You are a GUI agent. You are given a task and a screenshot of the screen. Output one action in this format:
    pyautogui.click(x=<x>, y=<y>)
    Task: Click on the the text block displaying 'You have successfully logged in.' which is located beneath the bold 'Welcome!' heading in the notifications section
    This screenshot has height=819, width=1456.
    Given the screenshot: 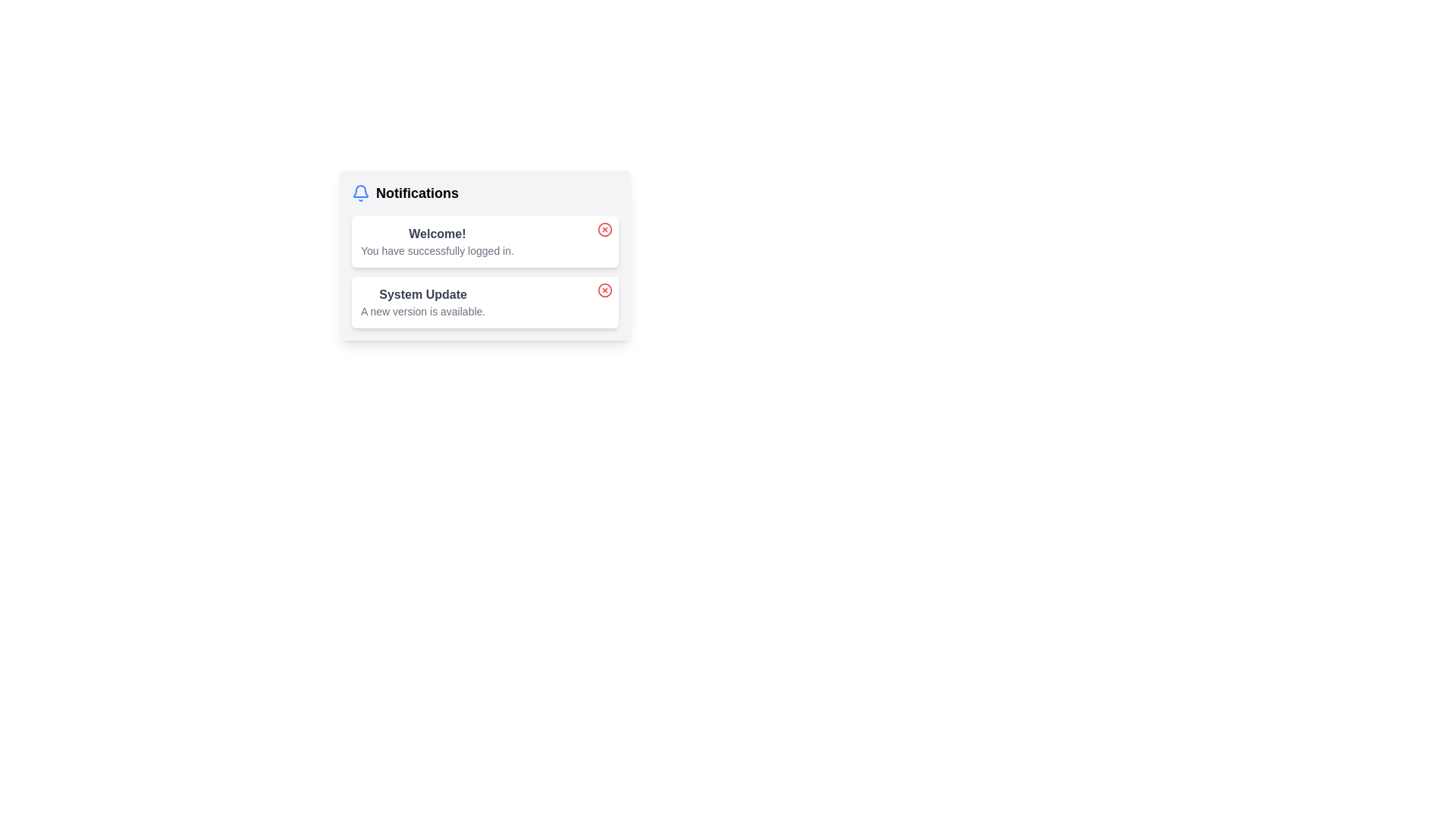 What is the action you would take?
    pyautogui.click(x=436, y=250)
    